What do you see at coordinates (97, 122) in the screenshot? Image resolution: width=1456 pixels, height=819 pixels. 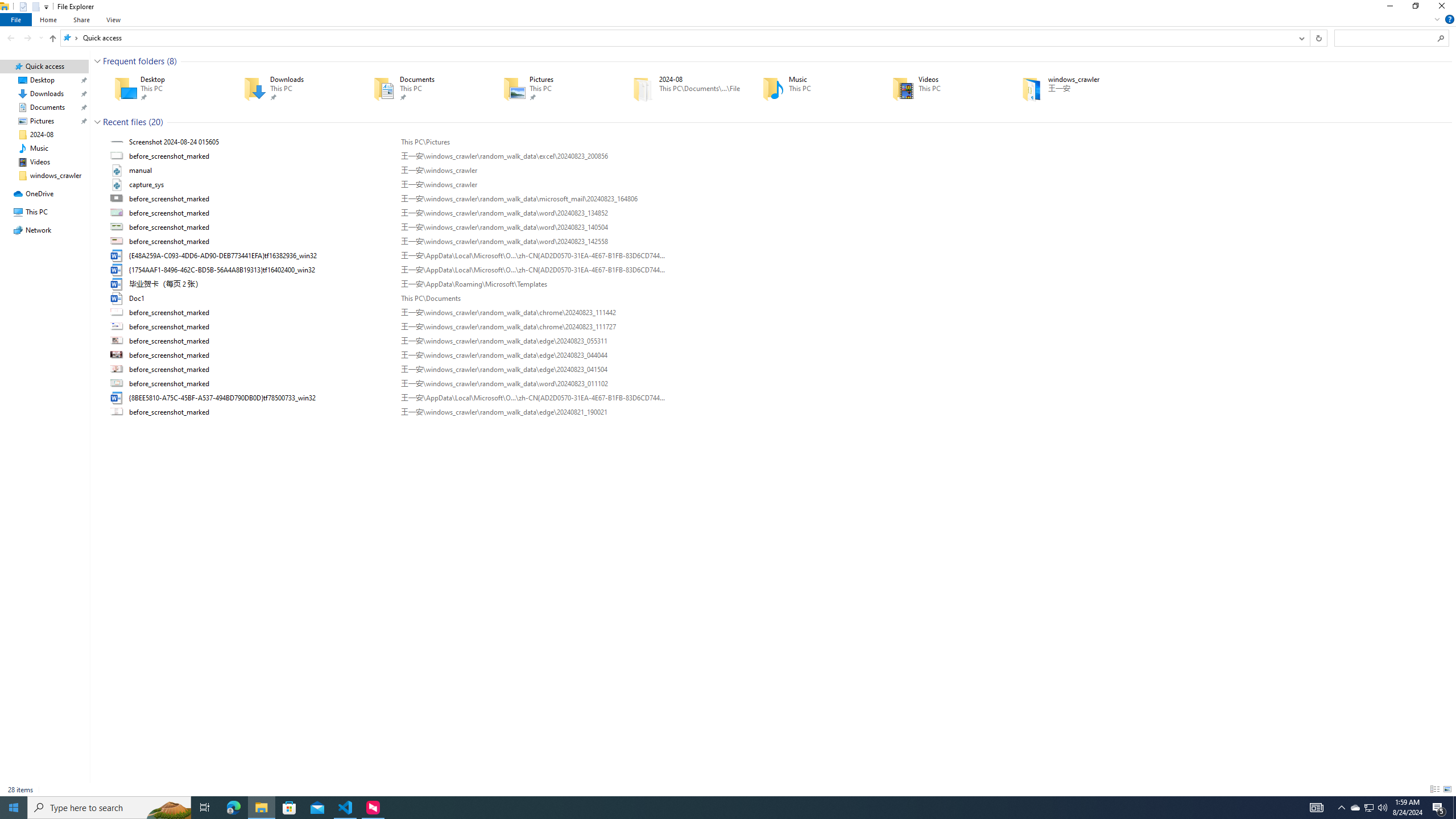 I see `'Collapse Group'` at bounding box center [97, 122].